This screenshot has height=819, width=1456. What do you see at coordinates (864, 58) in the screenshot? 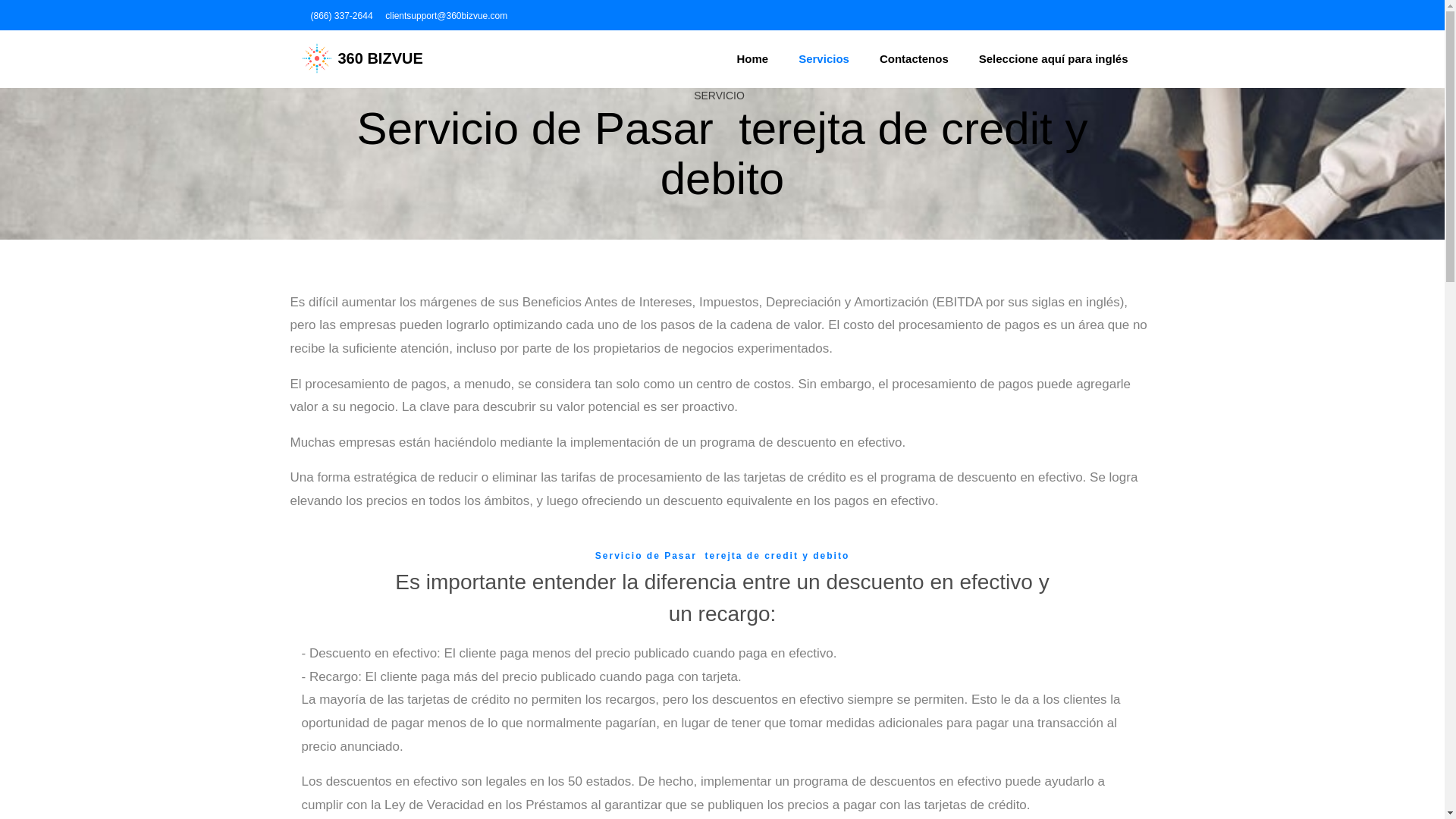
I see `'Contactenos'` at bounding box center [864, 58].